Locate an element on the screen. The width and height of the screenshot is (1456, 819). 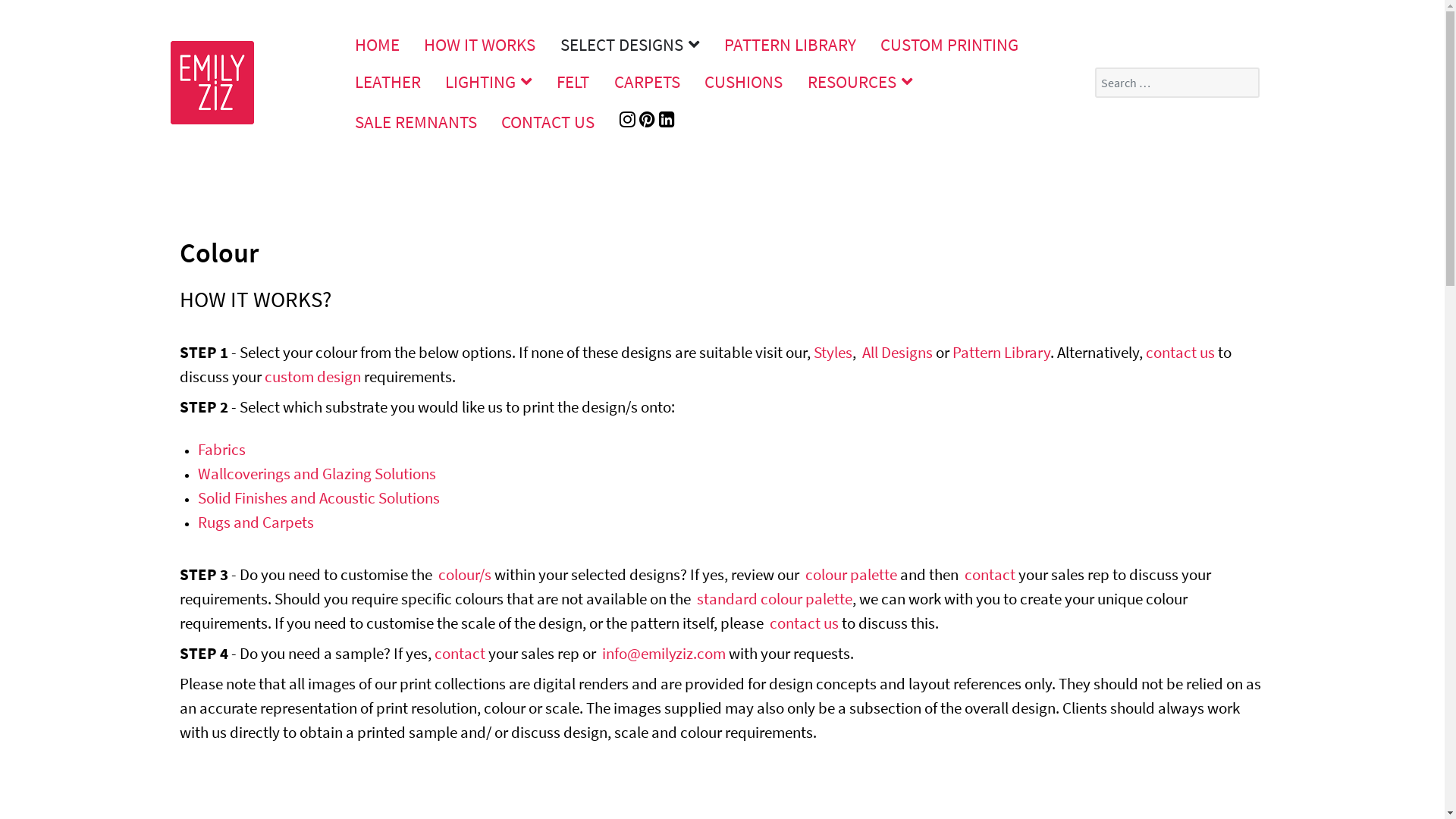
'CONTACT US' is located at coordinates (548, 121).